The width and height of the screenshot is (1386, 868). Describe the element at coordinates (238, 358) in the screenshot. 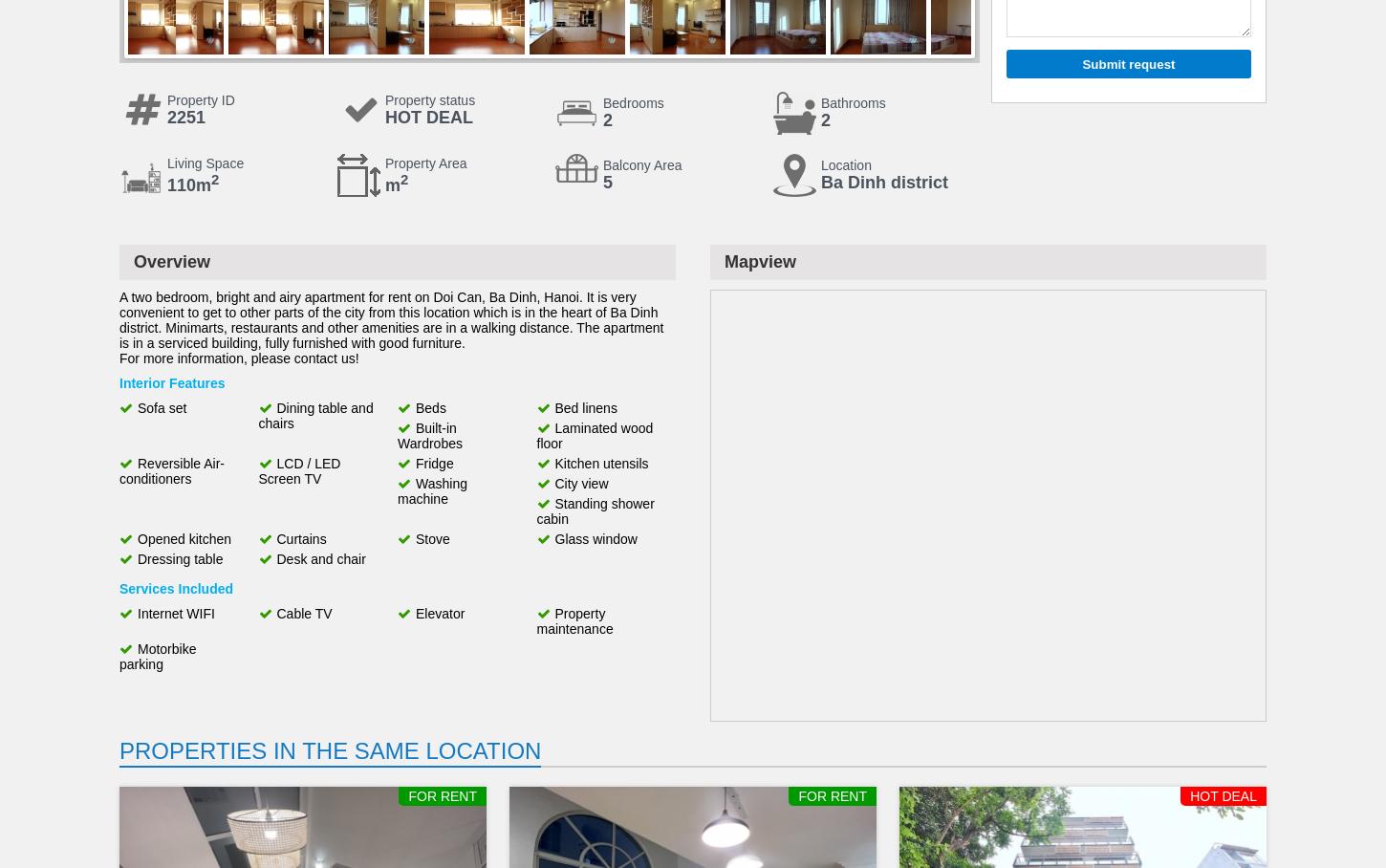

I see `'For more information, please contact us!'` at that location.